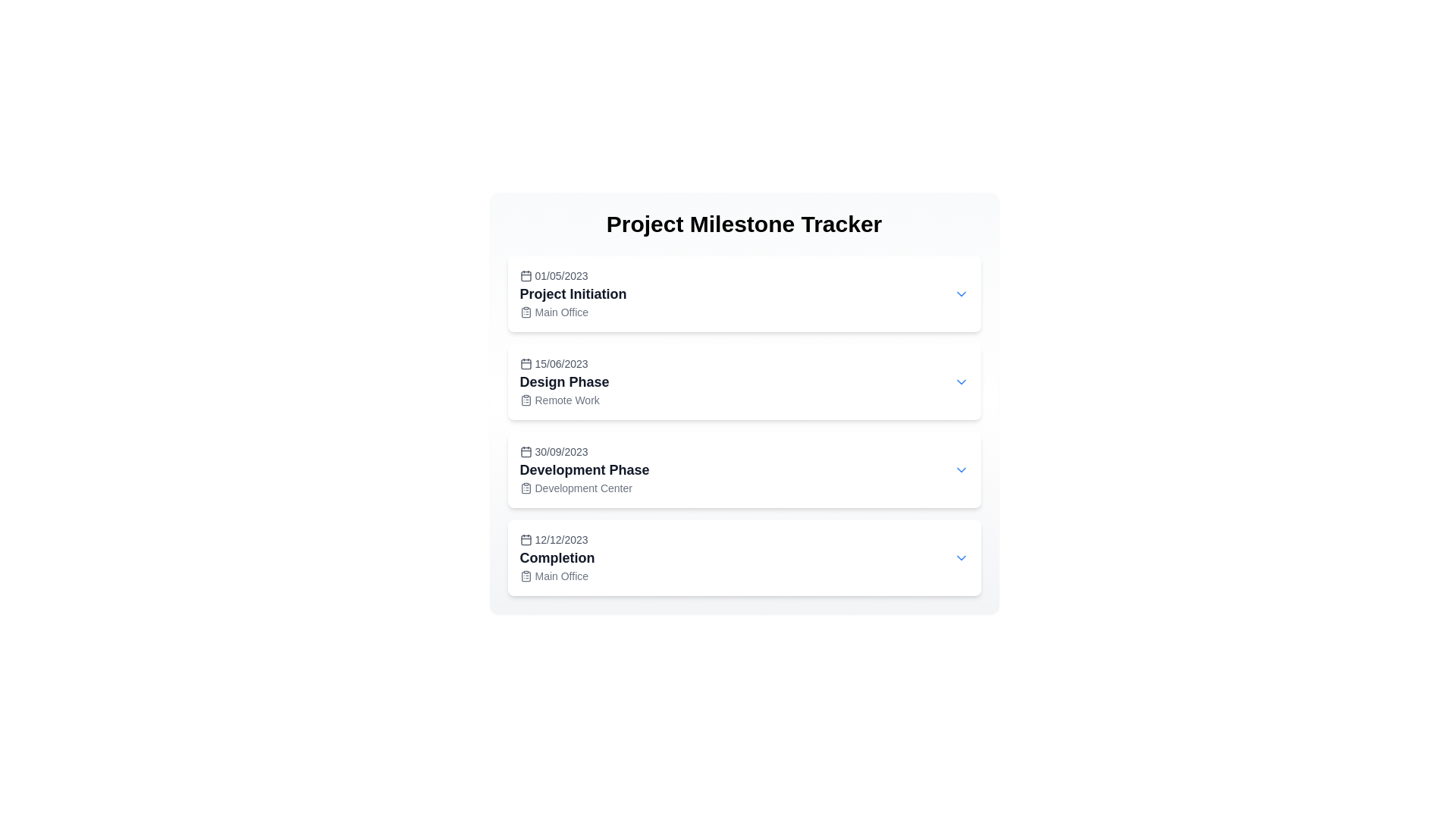  I want to click on the main heading at the top center of the page that indicates the purpose of the milestone tracker, so click(744, 224).